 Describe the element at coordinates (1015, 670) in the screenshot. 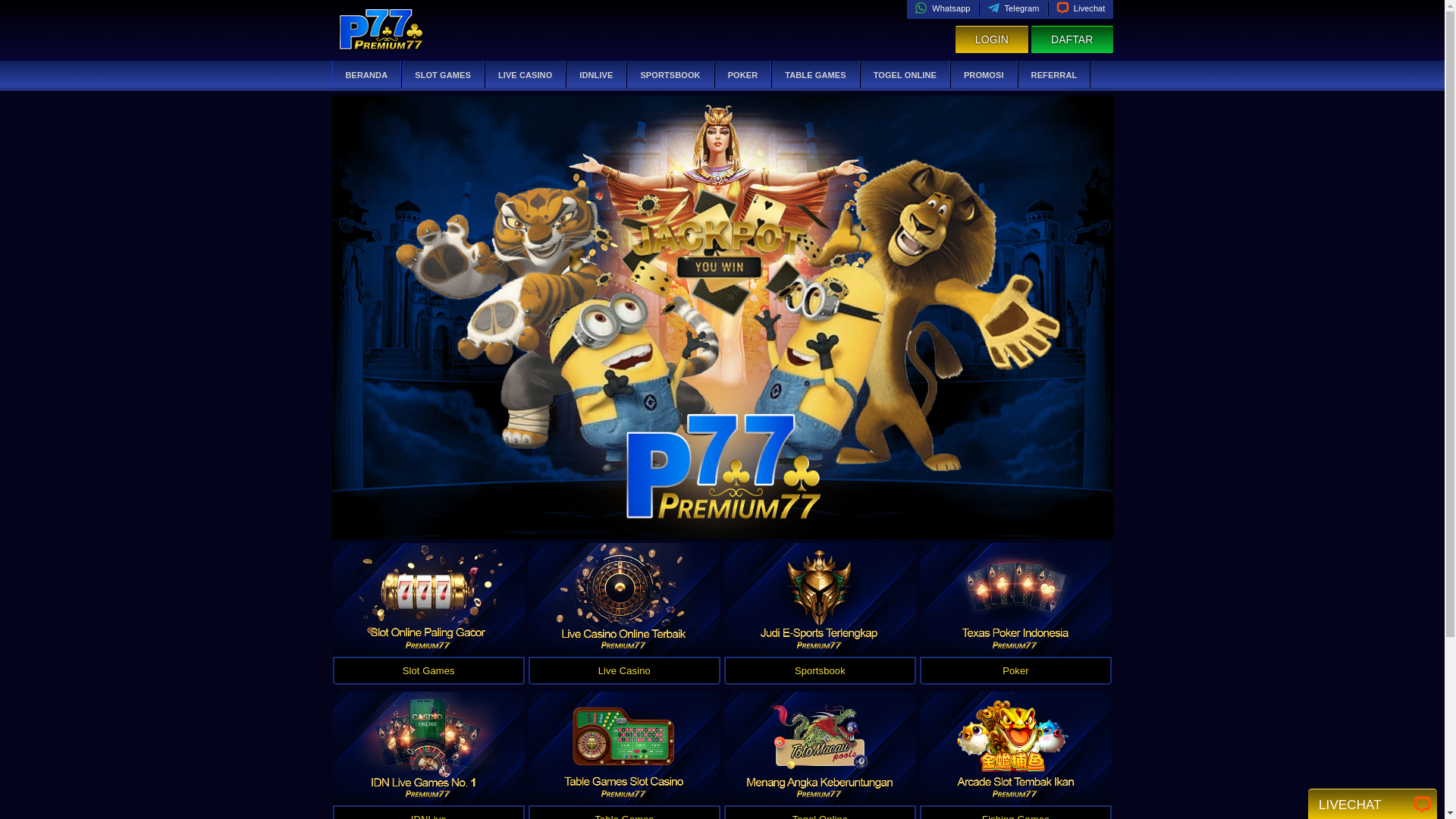

I see `'Poker'` at that location.